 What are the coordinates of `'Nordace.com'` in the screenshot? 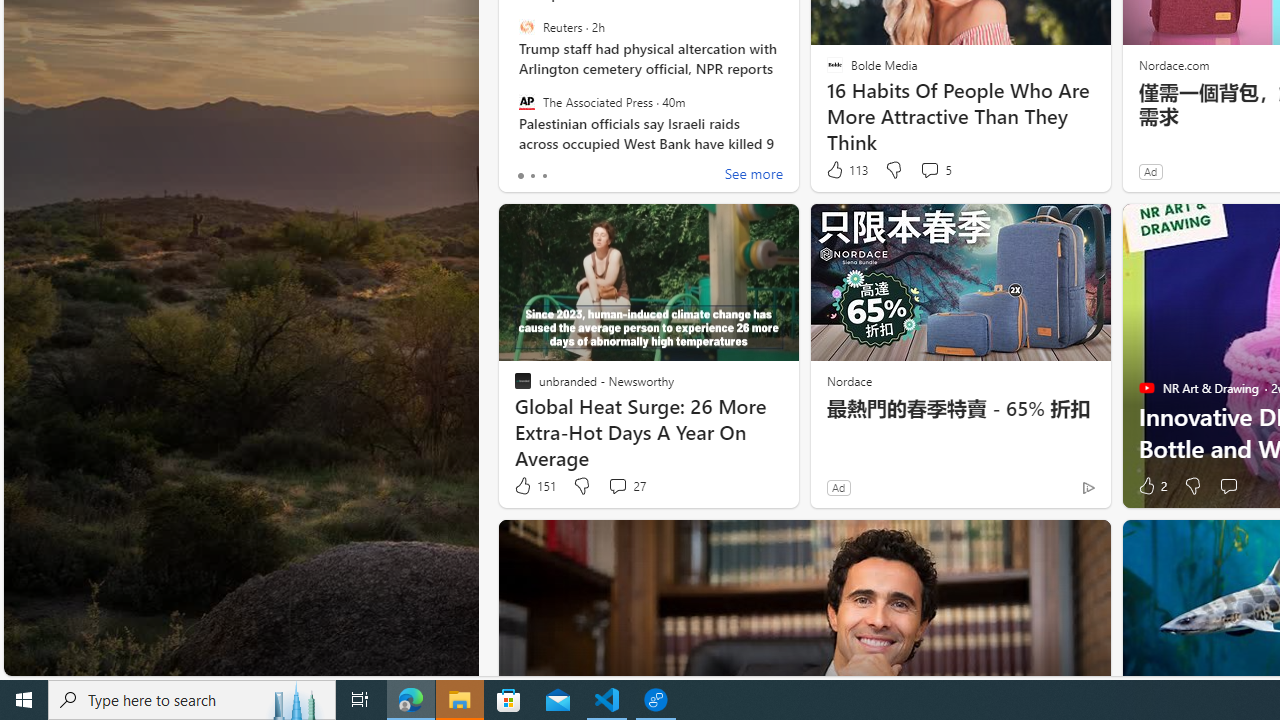 It's located at (1173, 63).